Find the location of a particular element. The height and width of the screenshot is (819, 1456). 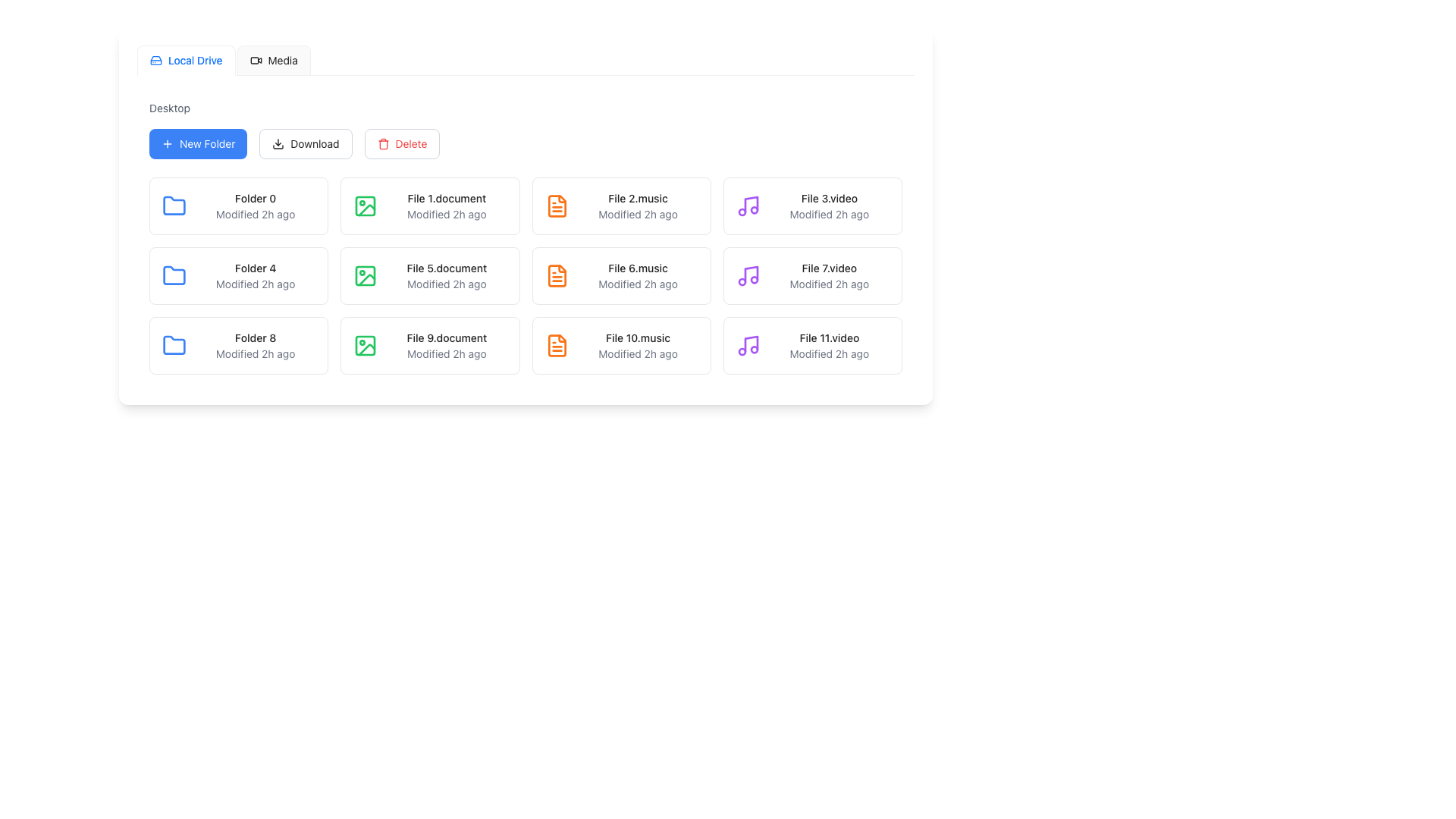

the static text label displaying the last modified time for the file 'File 2.music', located in the second column and second row of the grid layout is located at coordinates (638, 214).